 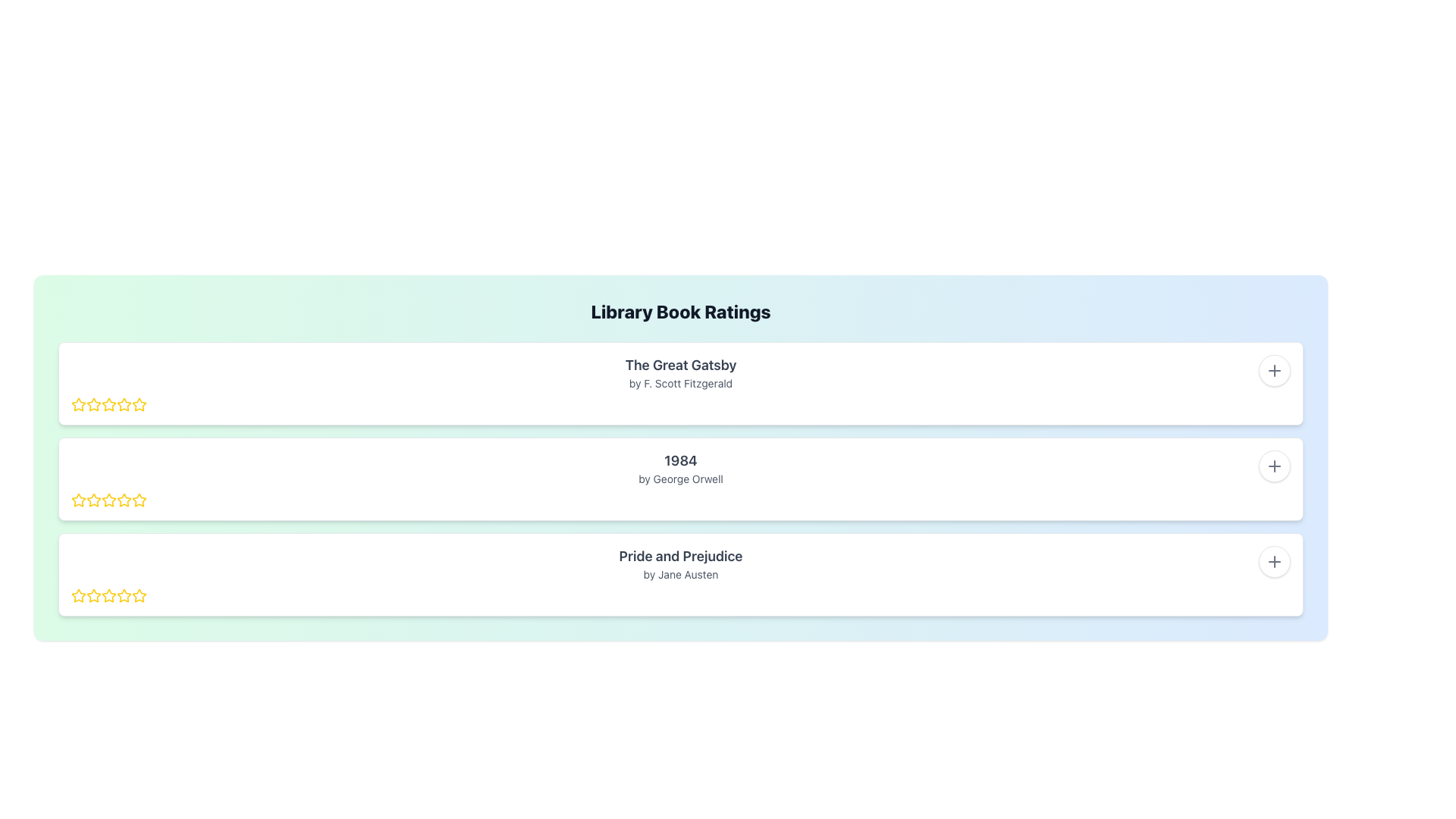 What do you see at coordinates (124, 403) in the screenshot?
I see `the second star in the rating system associated with 'The Great Gatsby'` at bounding box center [124, 403].